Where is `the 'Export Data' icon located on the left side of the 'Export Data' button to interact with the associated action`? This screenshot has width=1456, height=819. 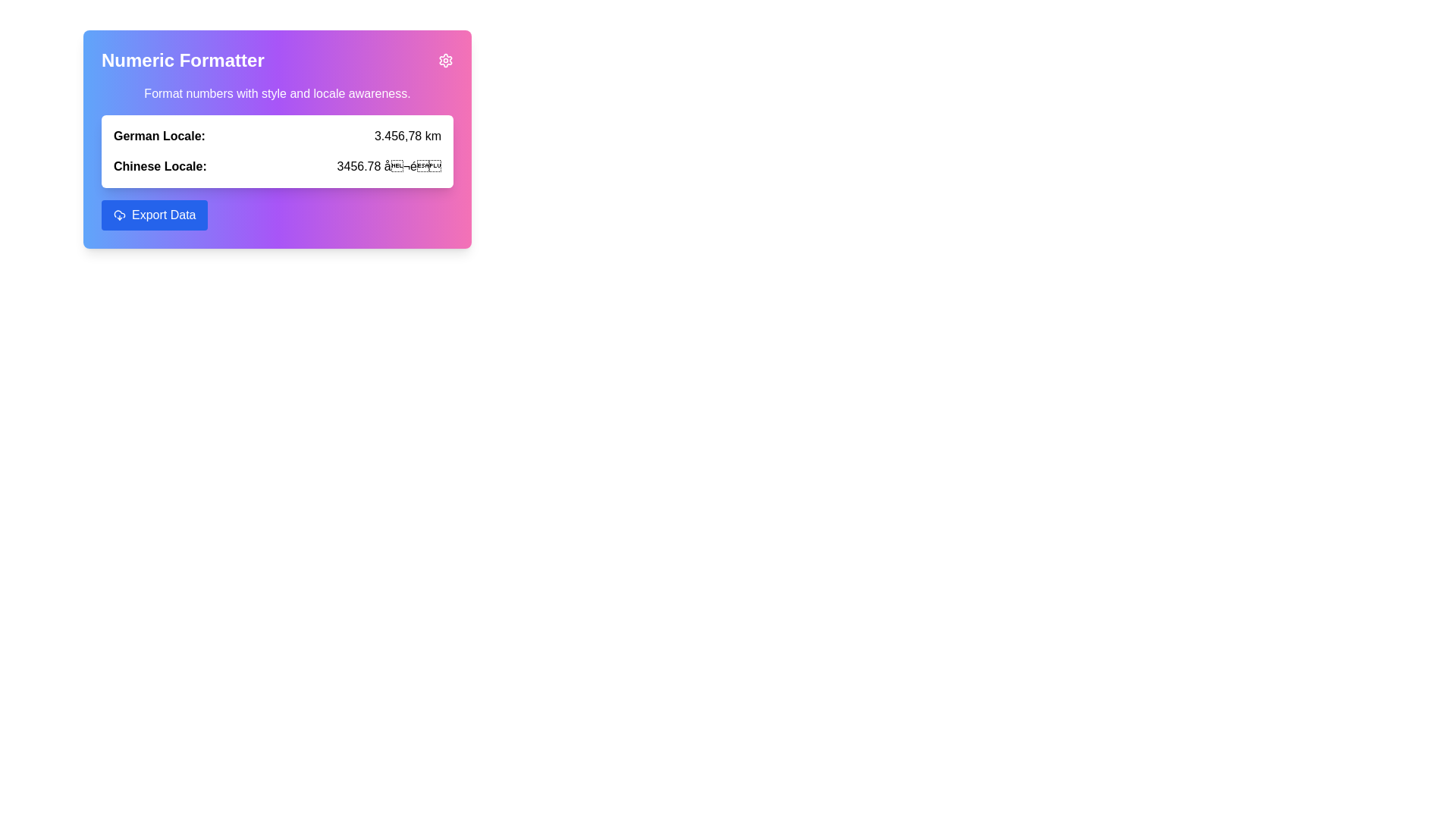
the 'Export Data' icon located on the left side of the 'Export Data' button to interact with the associated action is located at coordinates (119, 215).